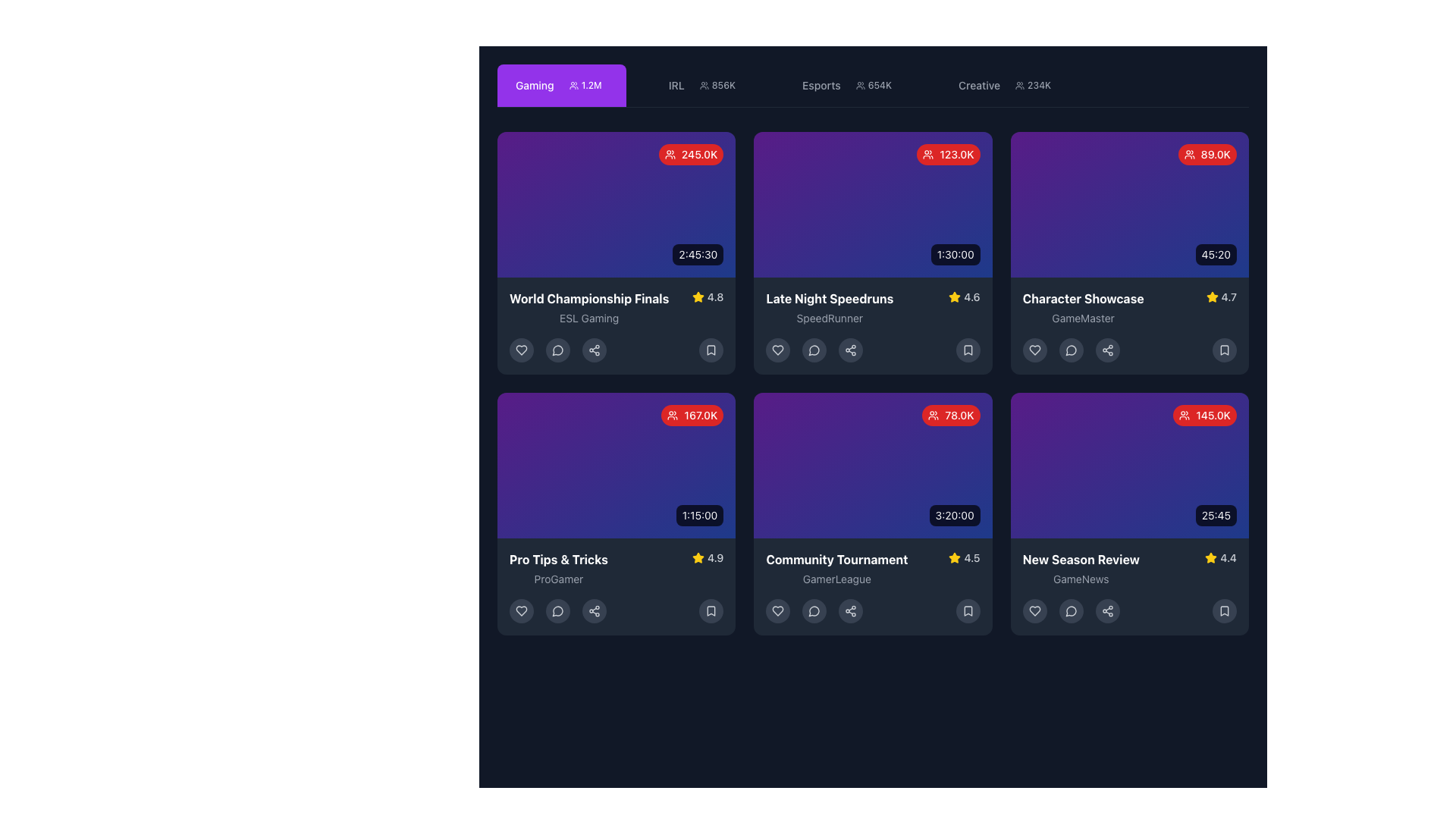 This screenshot has height=819, width=1456. Describe the element at coordinates (1034, 350) in the screenshot. I see `the heart-shaped button located in the action bar of the 'Character Showcase' card to like or favorite the content` at that location.